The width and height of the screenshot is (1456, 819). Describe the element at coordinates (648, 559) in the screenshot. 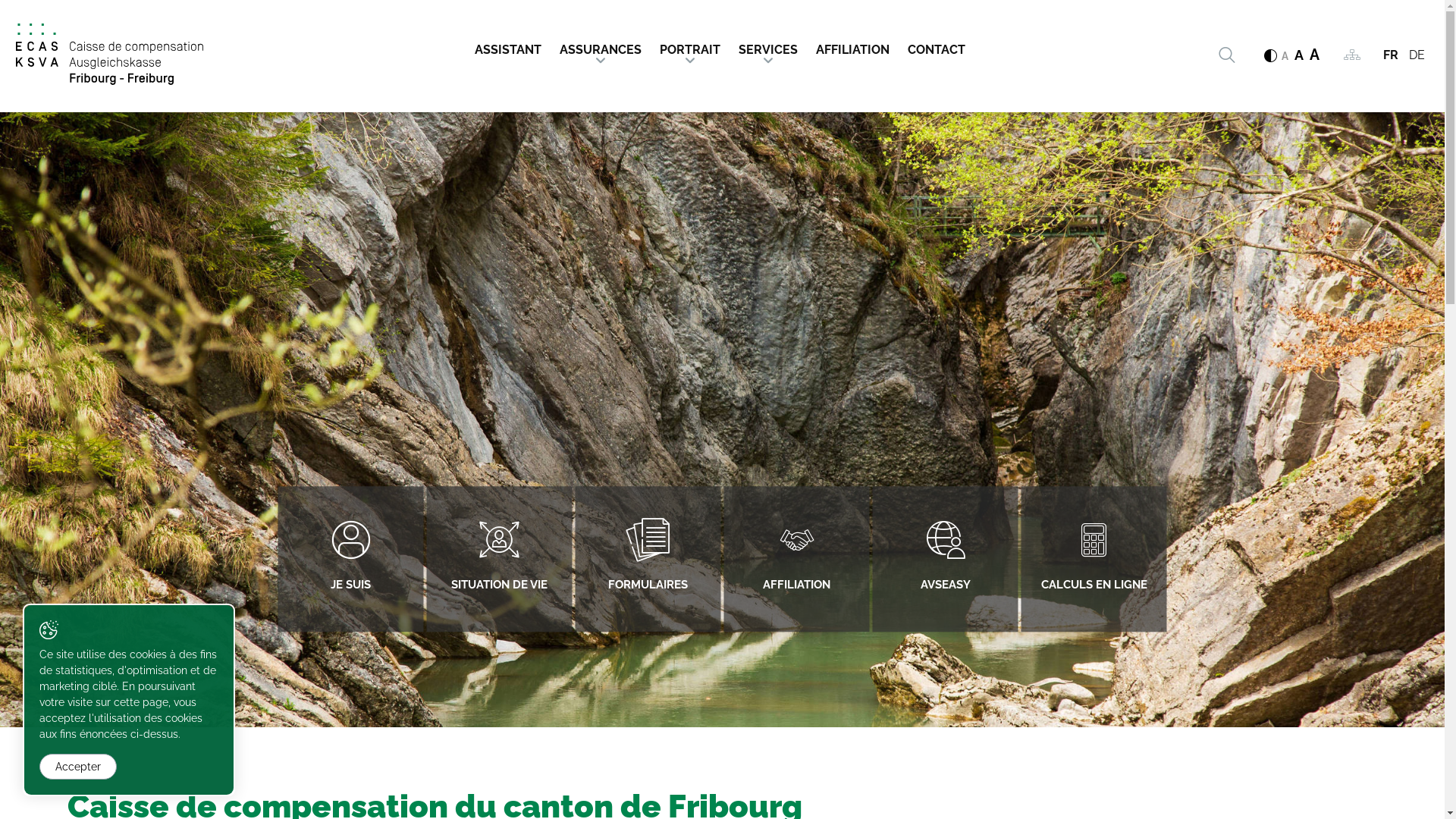

I see `'FORMULAIRES'` at that location.